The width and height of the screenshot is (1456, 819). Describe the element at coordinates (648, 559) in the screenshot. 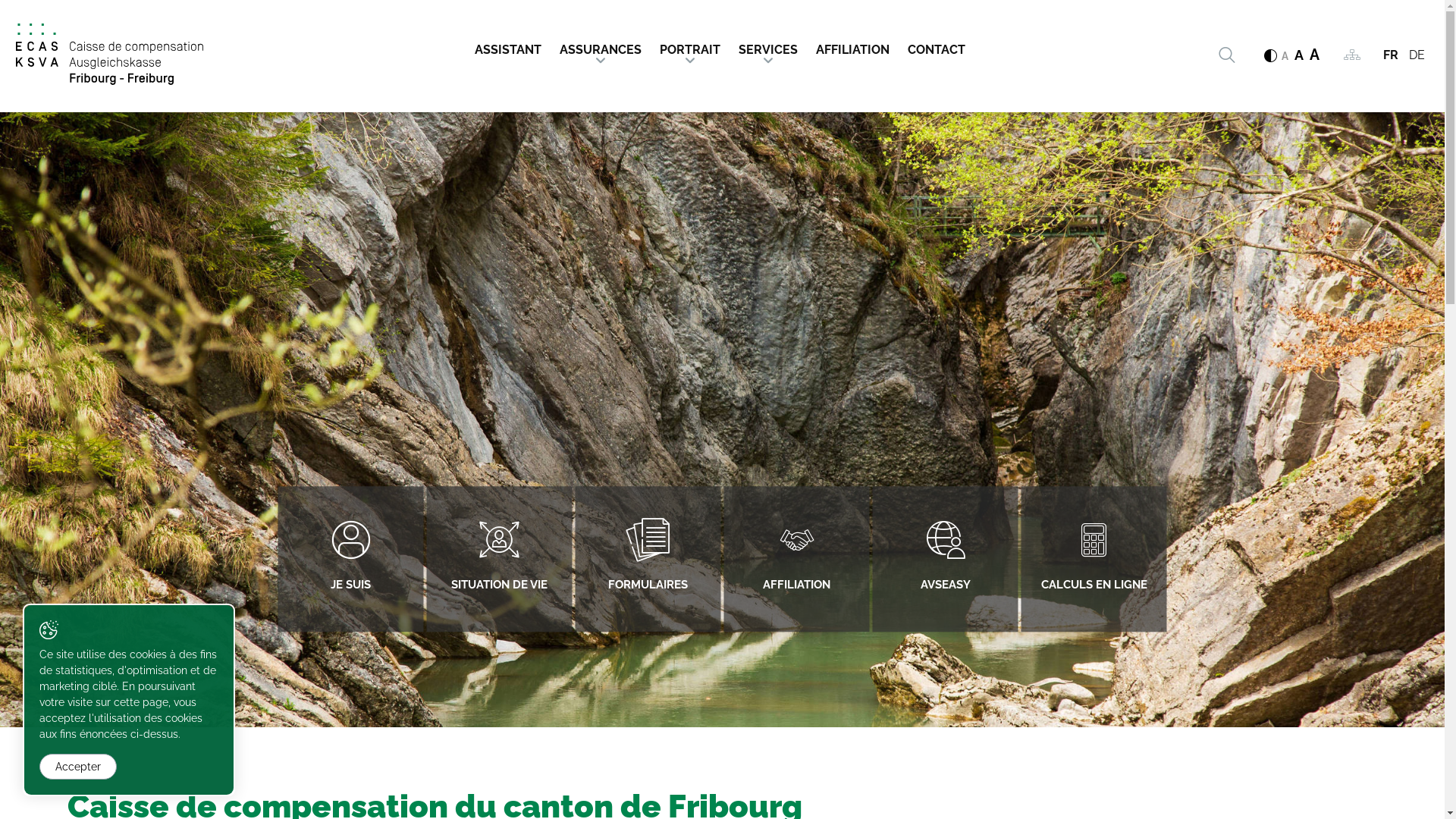

I see `'FORMULAIRES'` at that location.